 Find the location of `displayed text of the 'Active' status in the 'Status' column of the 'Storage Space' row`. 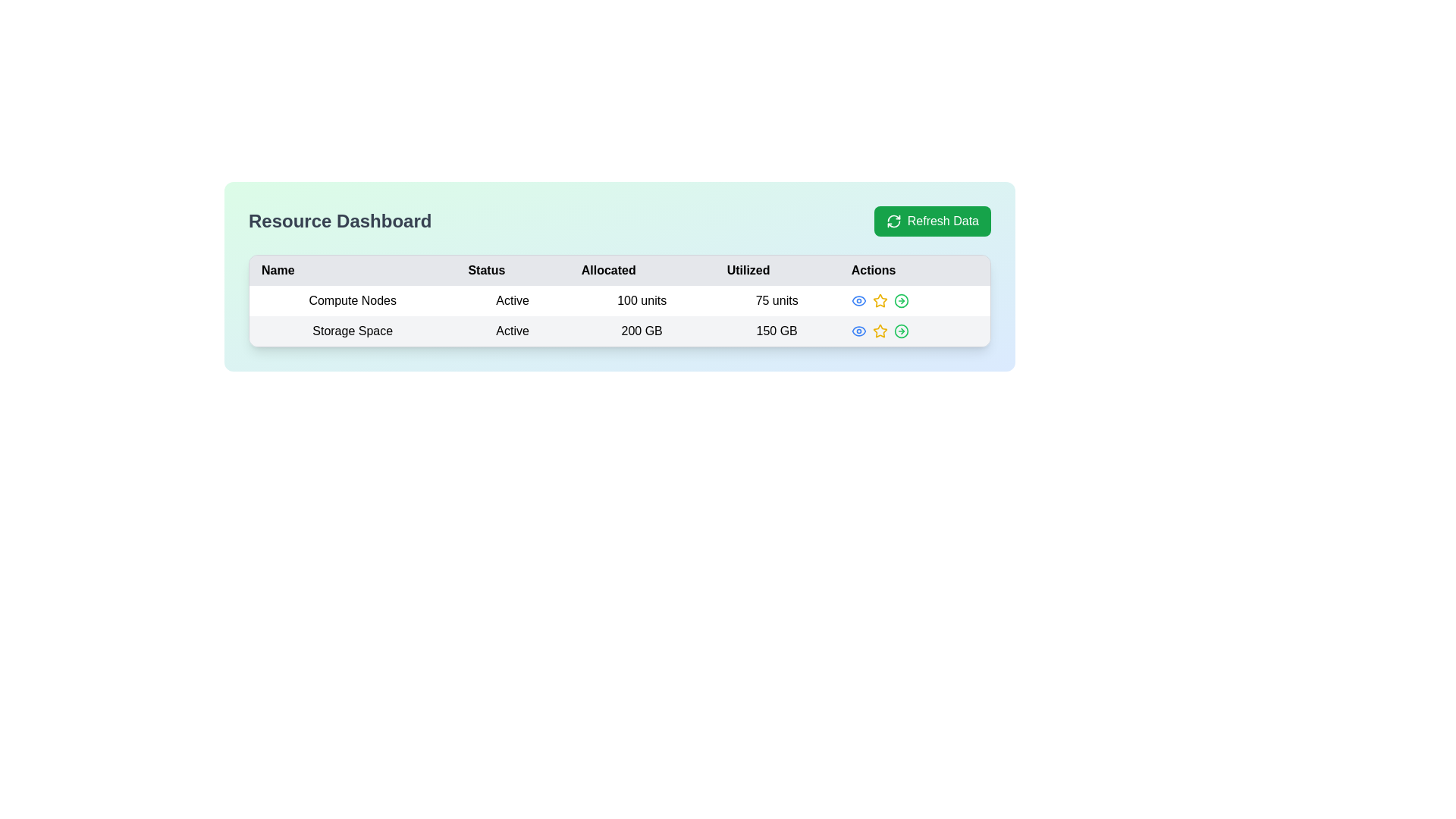

displayed text of the 'Active' status in the 'Status' column of the 'Storage Space' row is located at coordinates (513, 330).